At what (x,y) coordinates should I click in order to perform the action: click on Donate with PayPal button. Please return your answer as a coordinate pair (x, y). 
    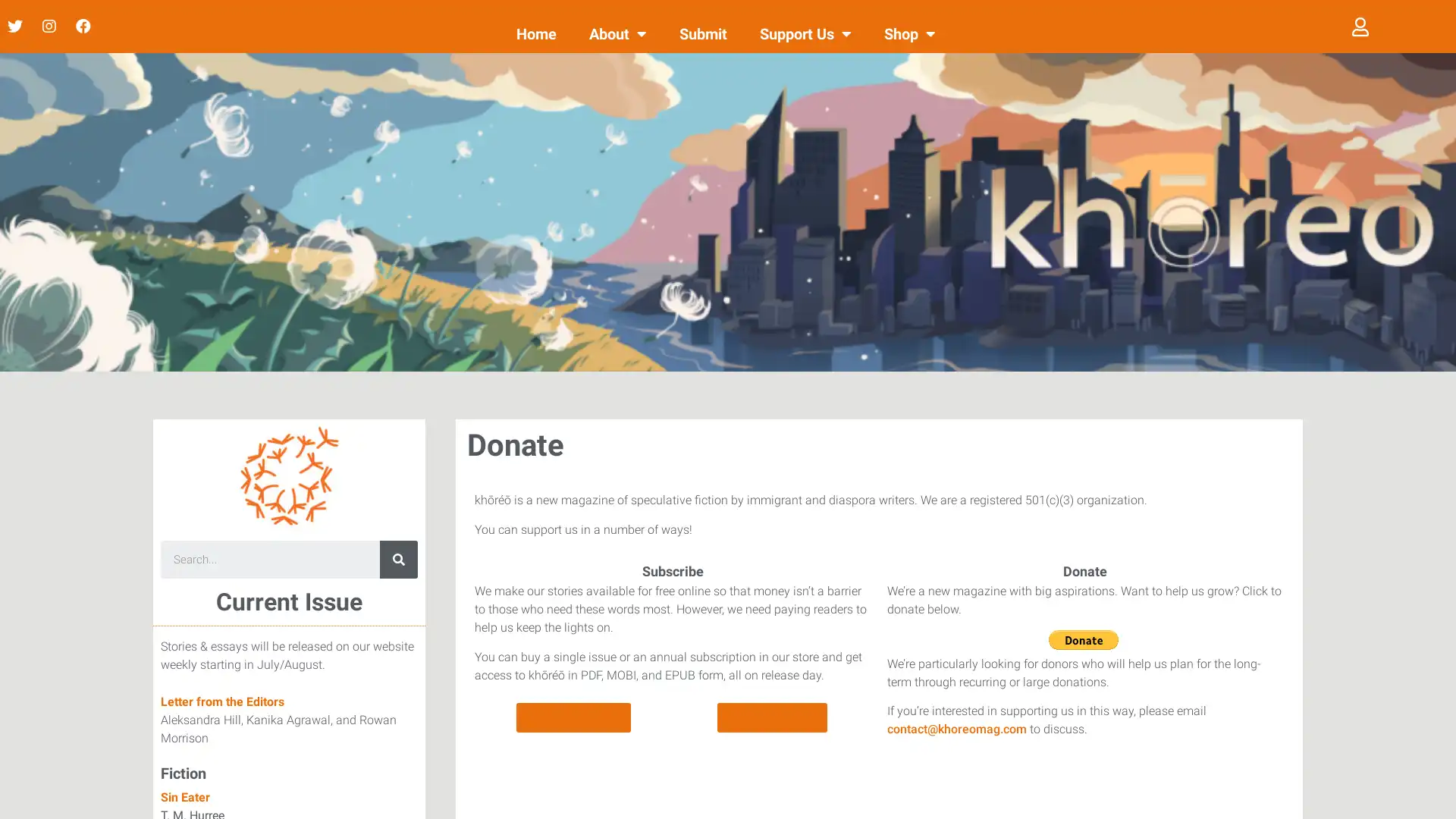
    Looking at the image, I should click on (1082, 639).